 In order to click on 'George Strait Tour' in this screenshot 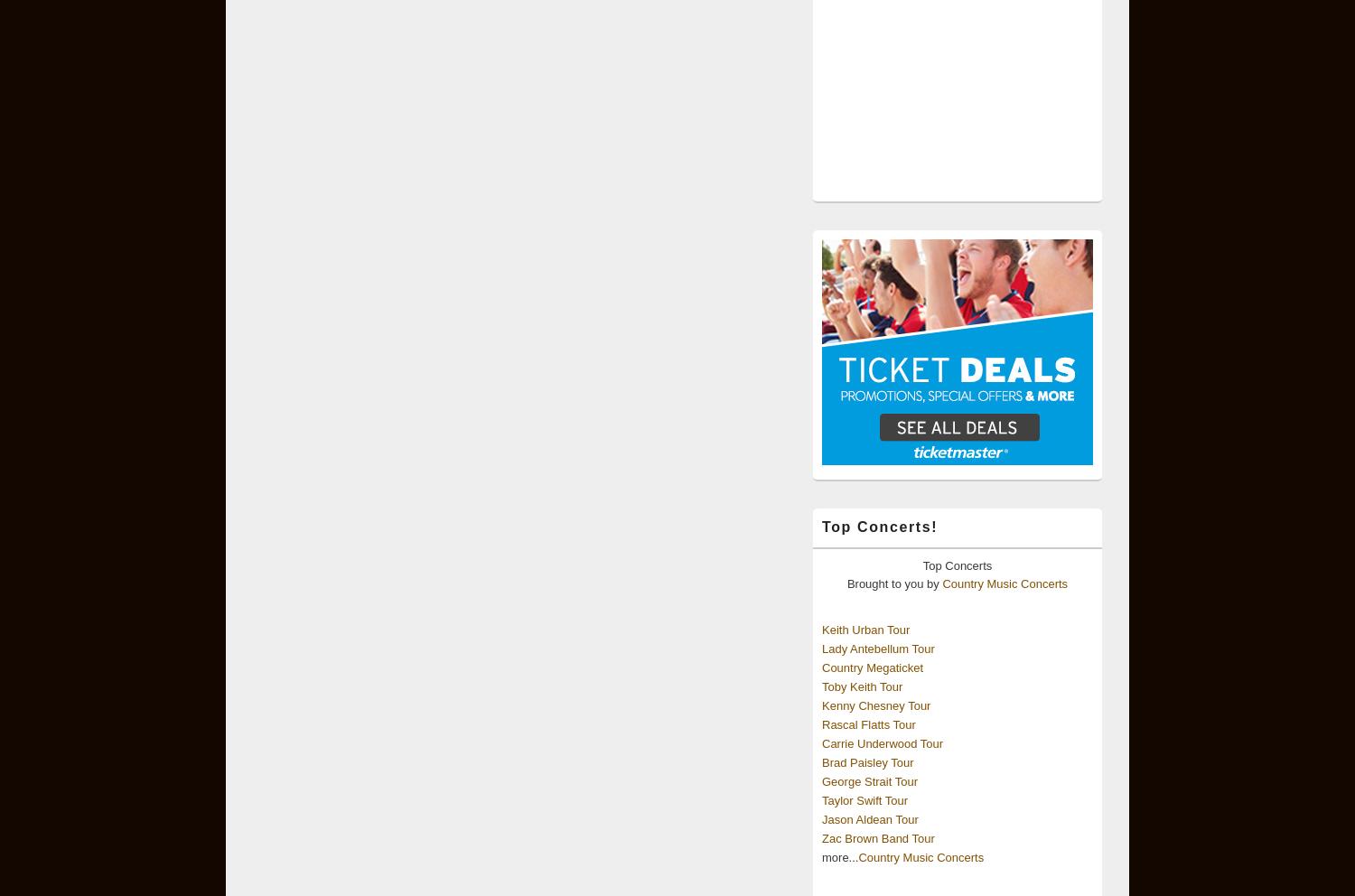, I will do `click(822, 780)`.